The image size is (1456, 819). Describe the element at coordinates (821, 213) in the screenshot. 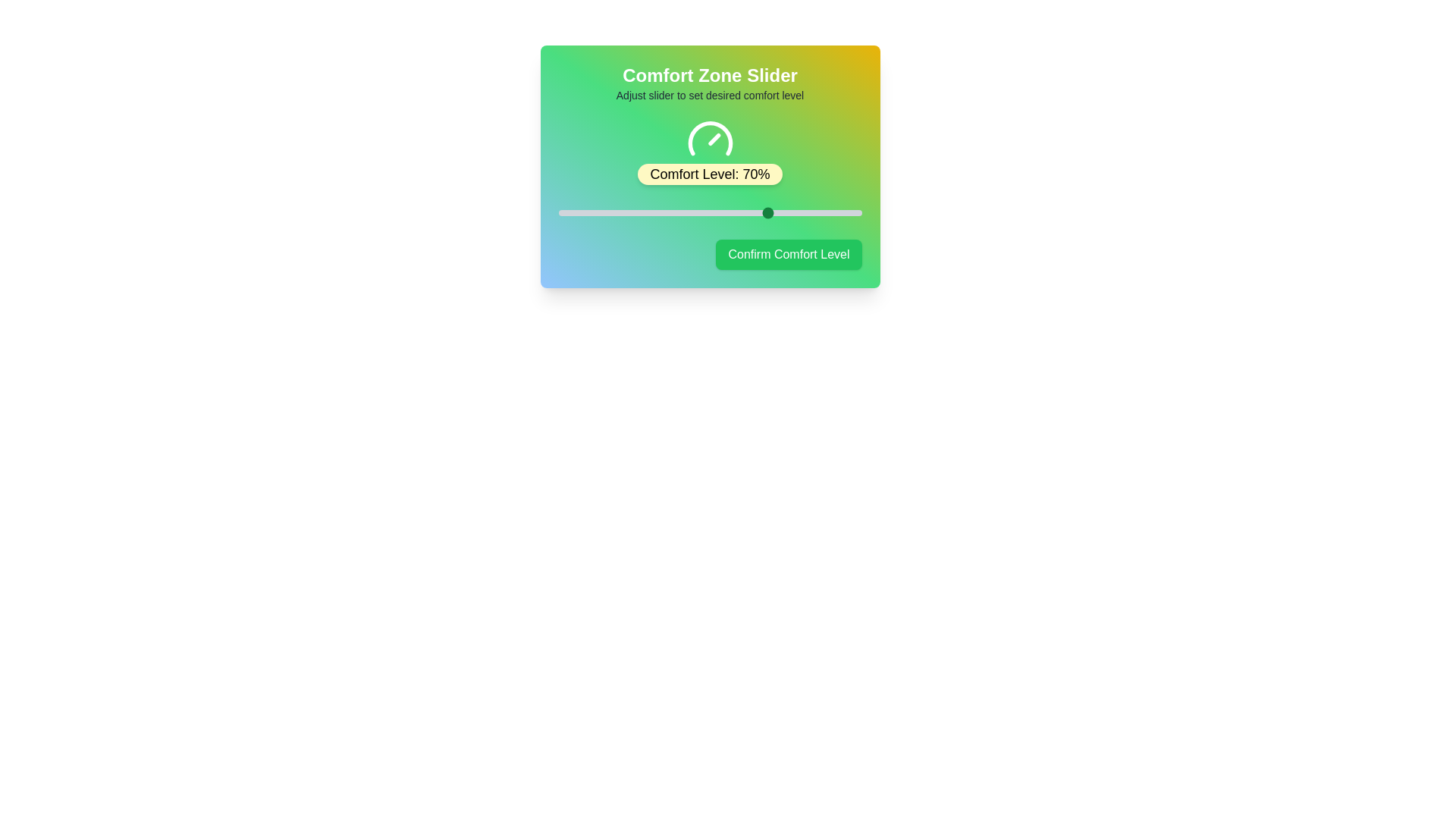

I see `the slider to set the comfort level to 87` at that location.